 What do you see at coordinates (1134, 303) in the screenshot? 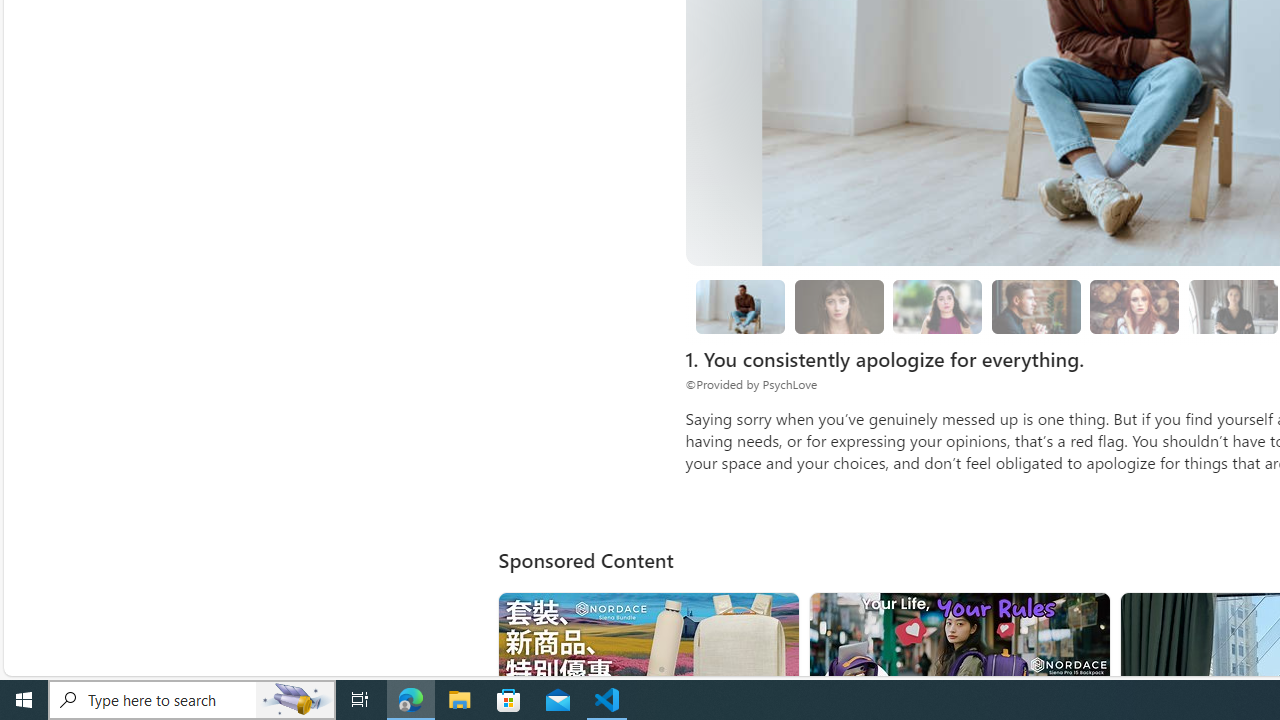
I see `'Class: progress'` at bounding box center [1134, 303].